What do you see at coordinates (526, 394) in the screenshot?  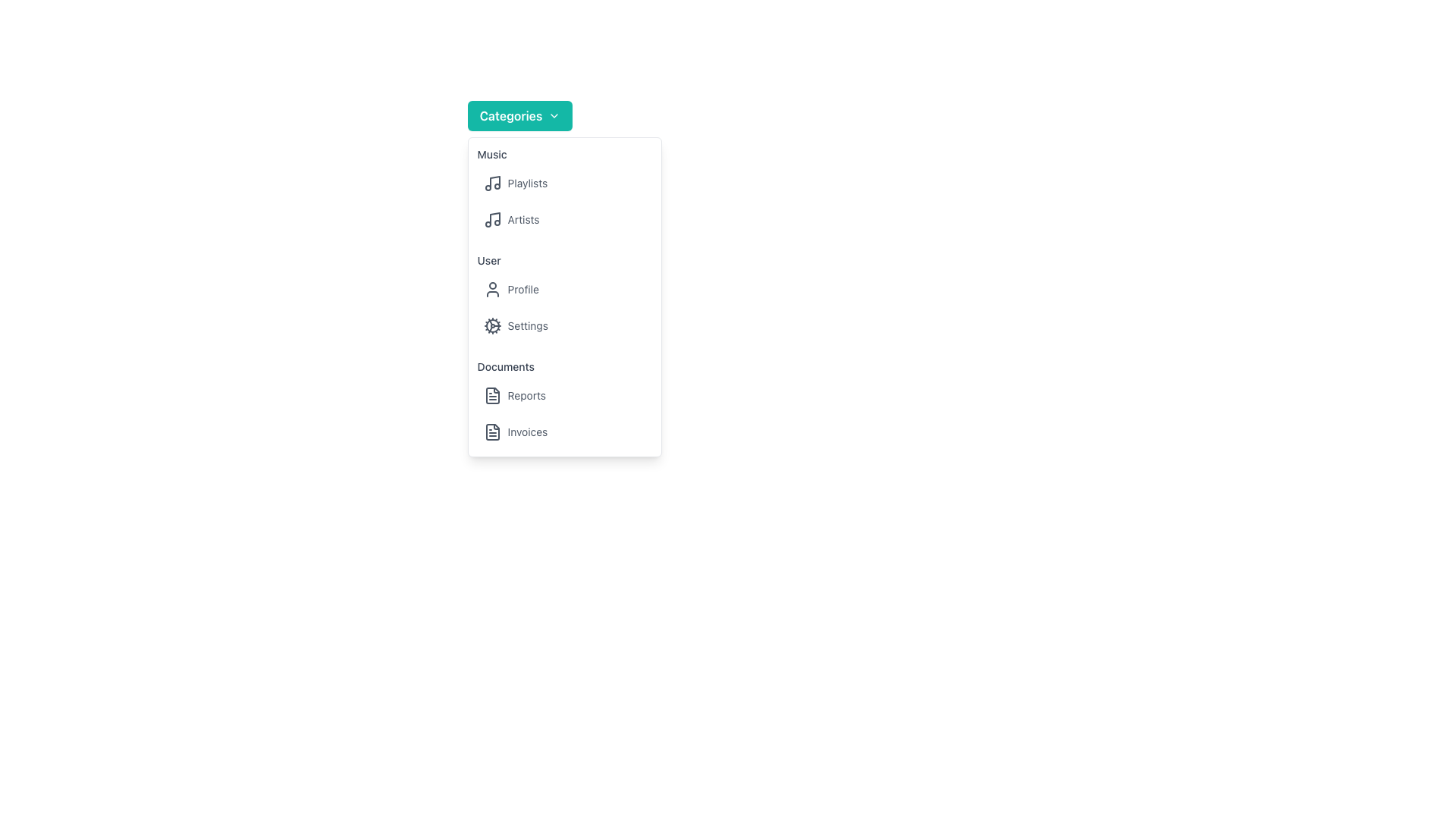 I see `text label 'Reports' located in the dropdown menu under the 'Documents' section, which is the first item above the 'Invoices' label` at bounding box center [526, 394].